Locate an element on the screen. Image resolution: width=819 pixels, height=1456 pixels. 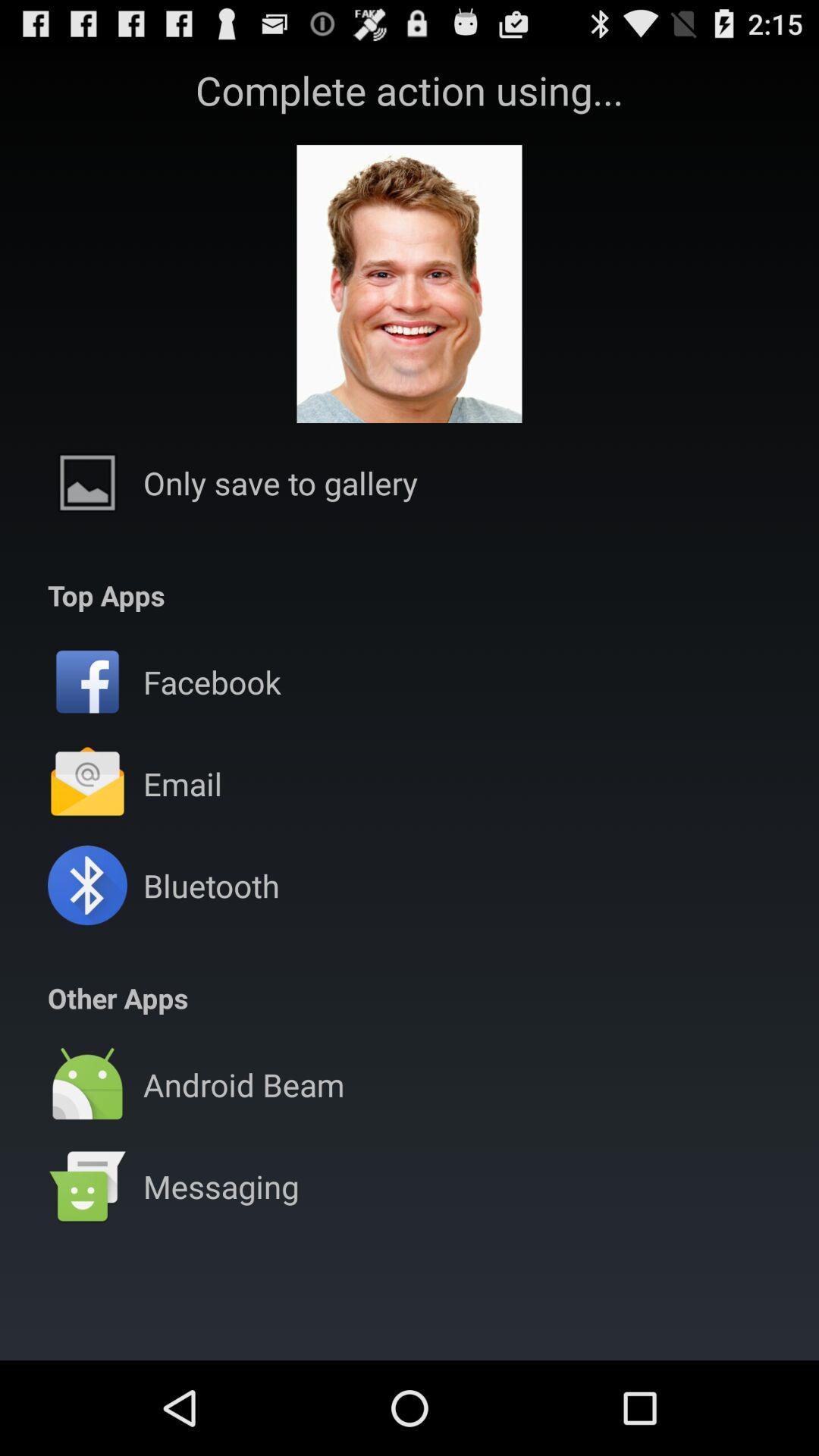
the messaging item is located at coordinates (221, 1185).